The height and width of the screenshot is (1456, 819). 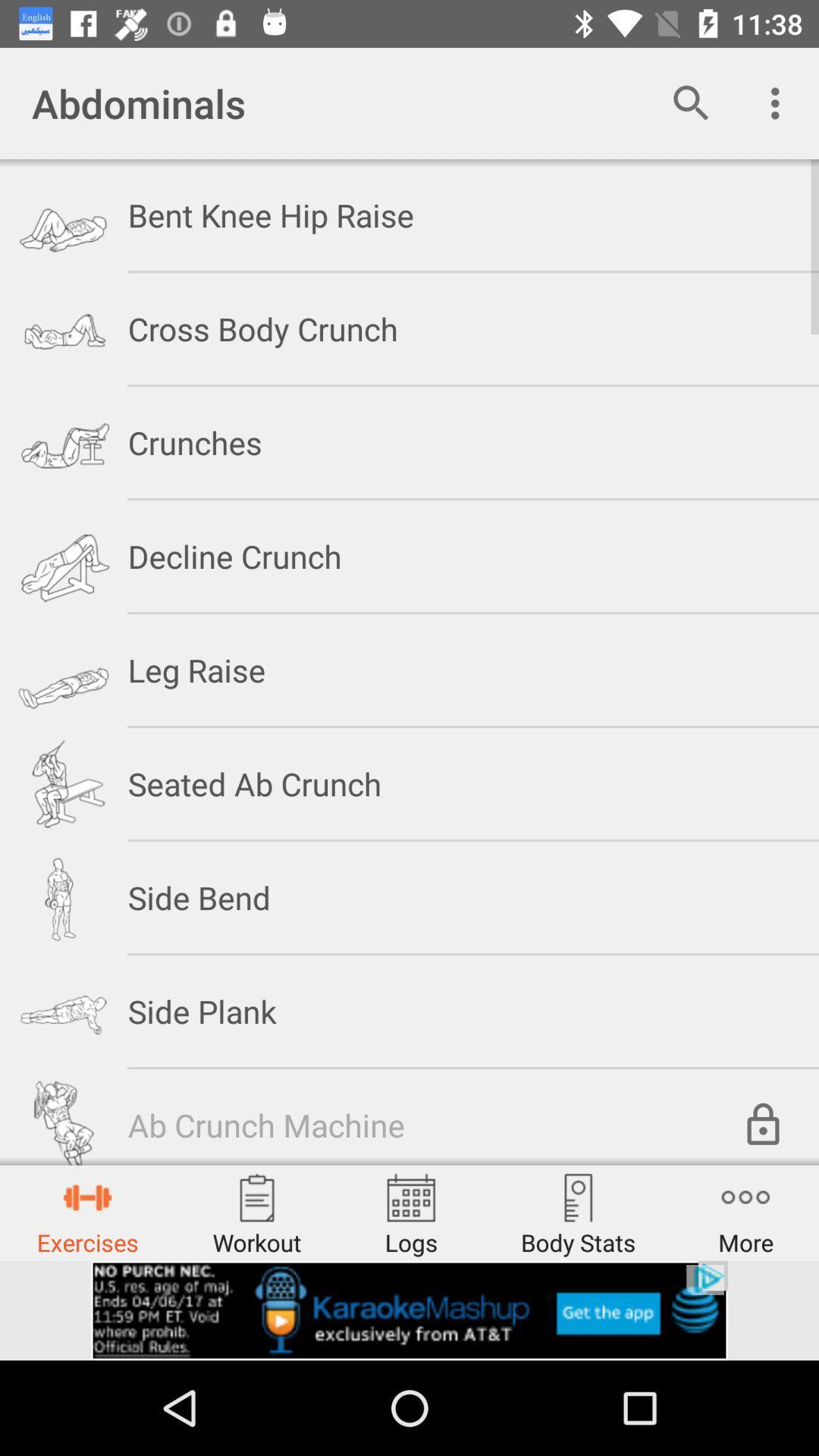 I want to click on advertisement, so click(x=409, y=1310).